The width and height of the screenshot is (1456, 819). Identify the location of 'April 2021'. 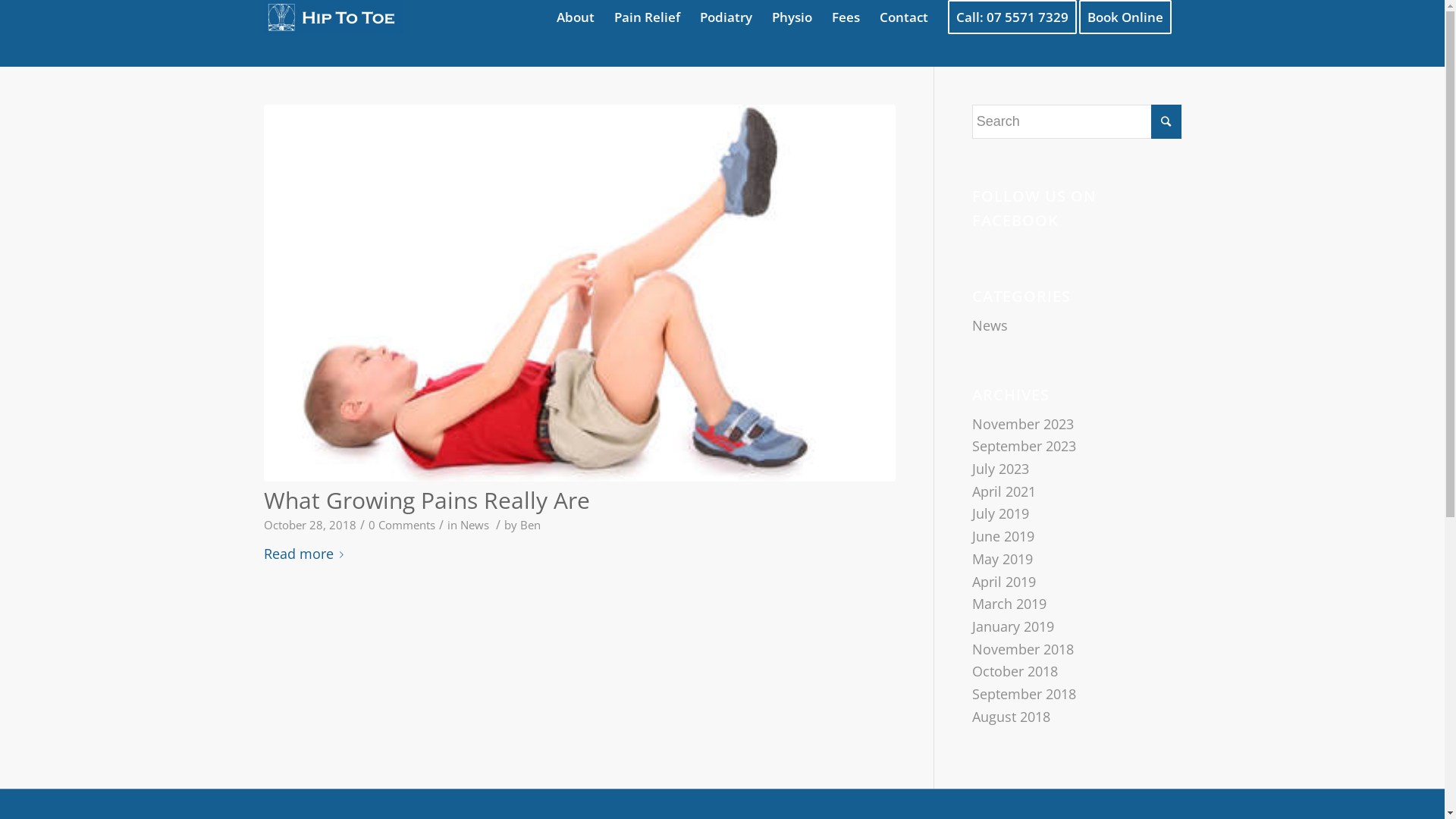
(1004, 491).